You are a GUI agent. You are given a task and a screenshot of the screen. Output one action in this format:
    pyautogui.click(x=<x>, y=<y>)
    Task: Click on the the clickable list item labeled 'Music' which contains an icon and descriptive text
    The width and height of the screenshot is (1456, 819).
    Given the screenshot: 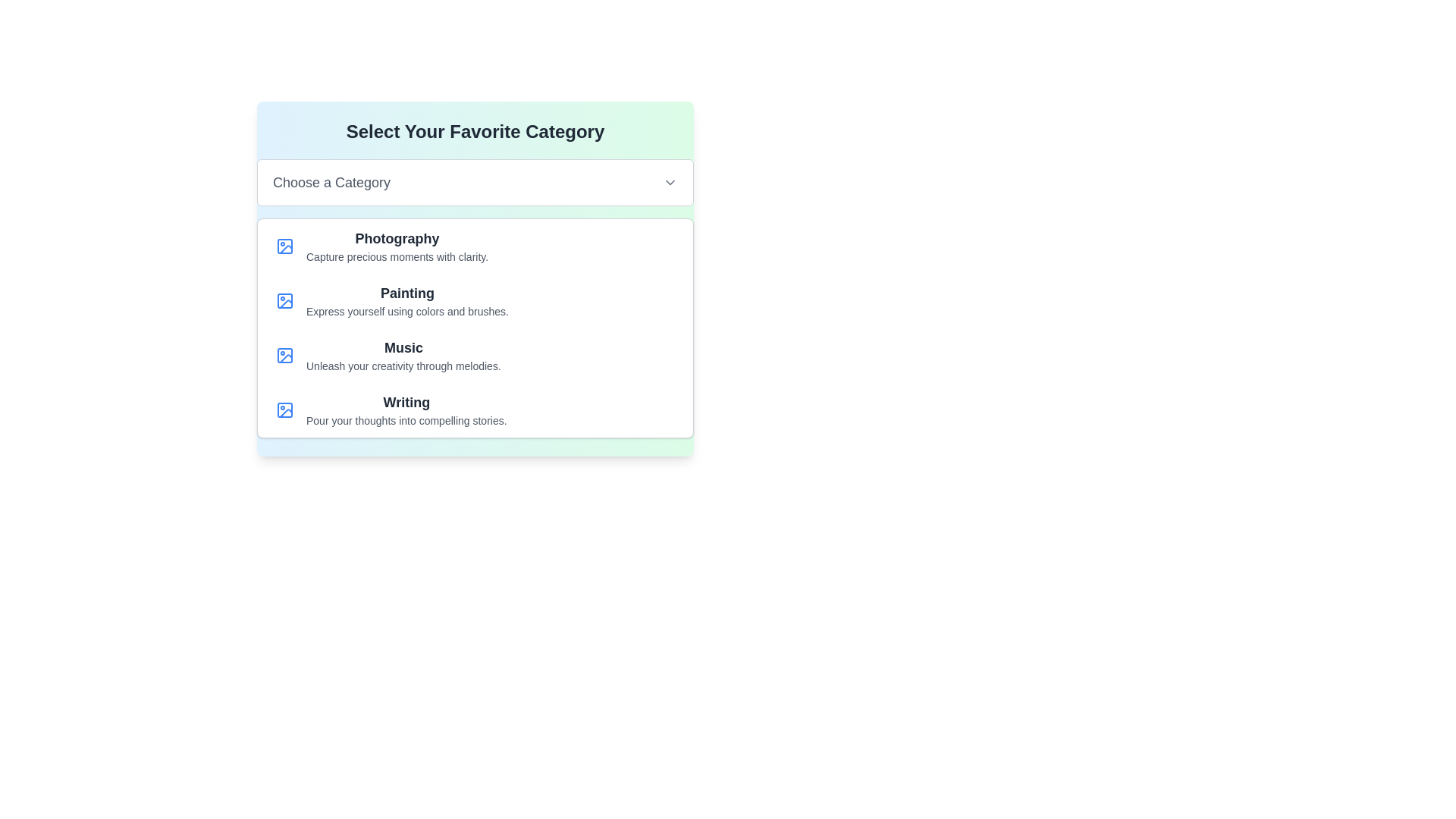 What is the action you would take?
    pyautogui.click(x=475, y=356)
    